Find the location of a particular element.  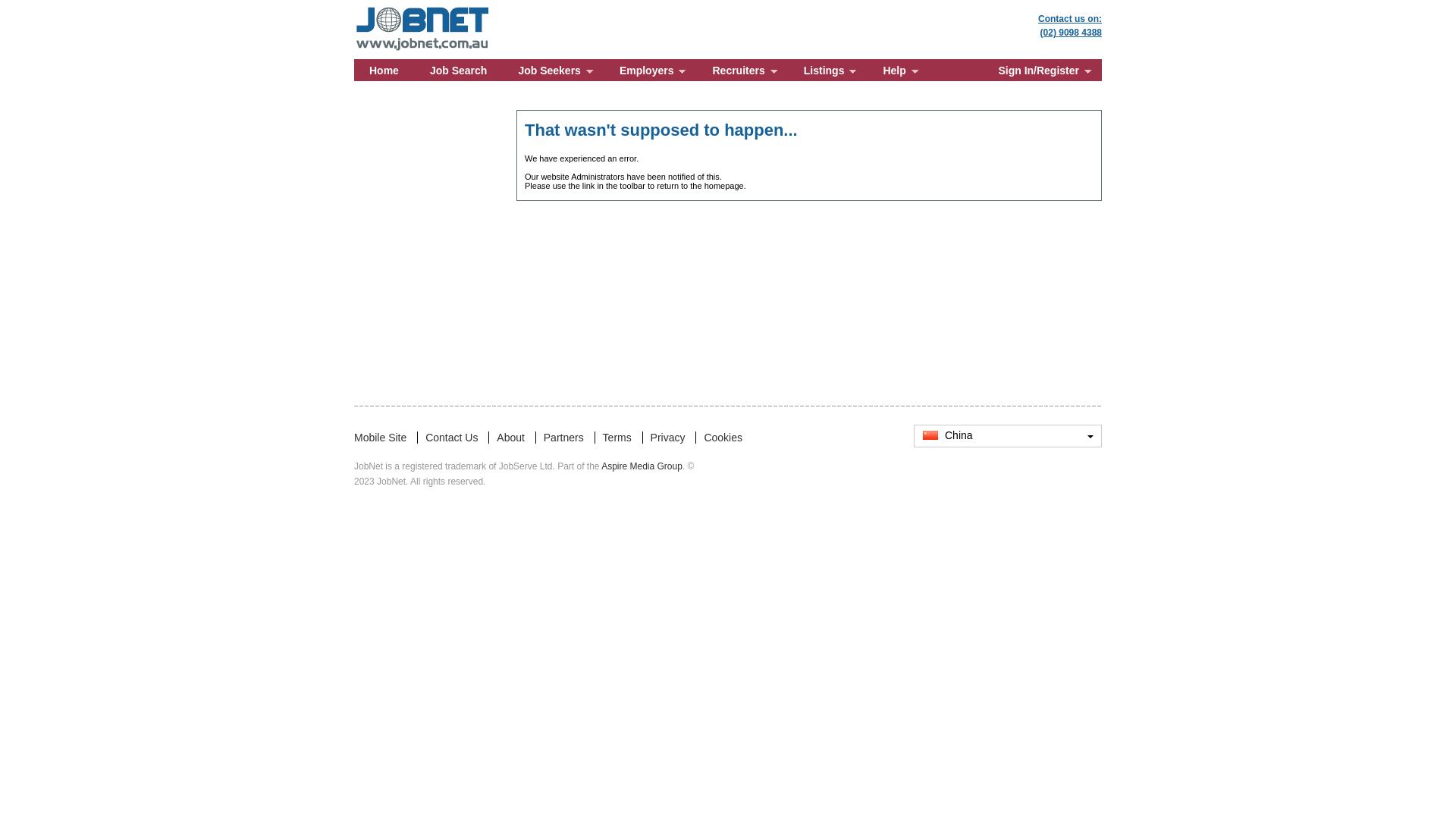

'JobNet: Jobs for Technical People' is located at coordinates (422, 8).